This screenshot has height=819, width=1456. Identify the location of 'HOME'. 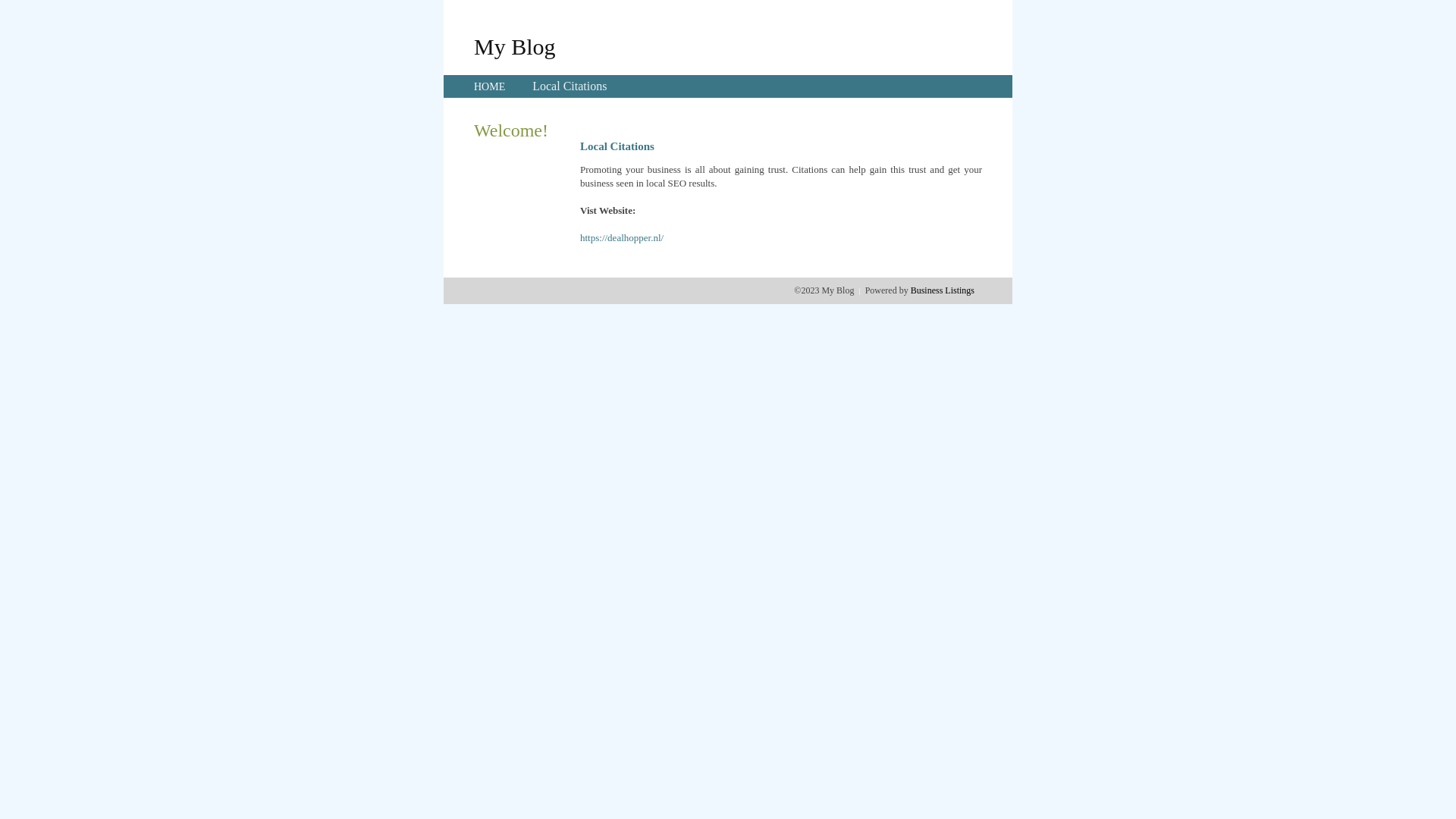
(489, 86).